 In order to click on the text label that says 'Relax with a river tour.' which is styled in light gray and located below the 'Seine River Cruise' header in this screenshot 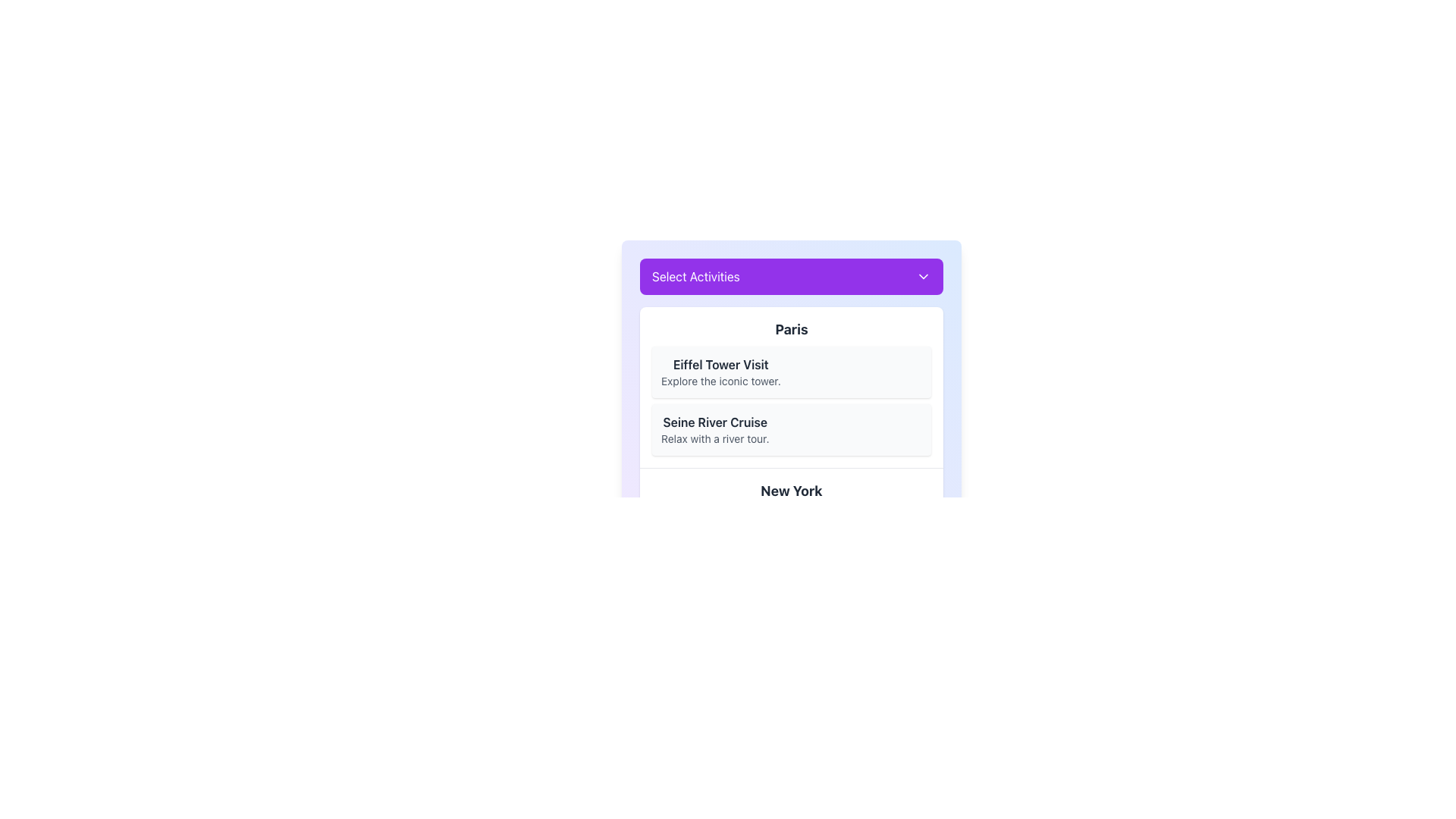, I will do `click(714, 438)`.